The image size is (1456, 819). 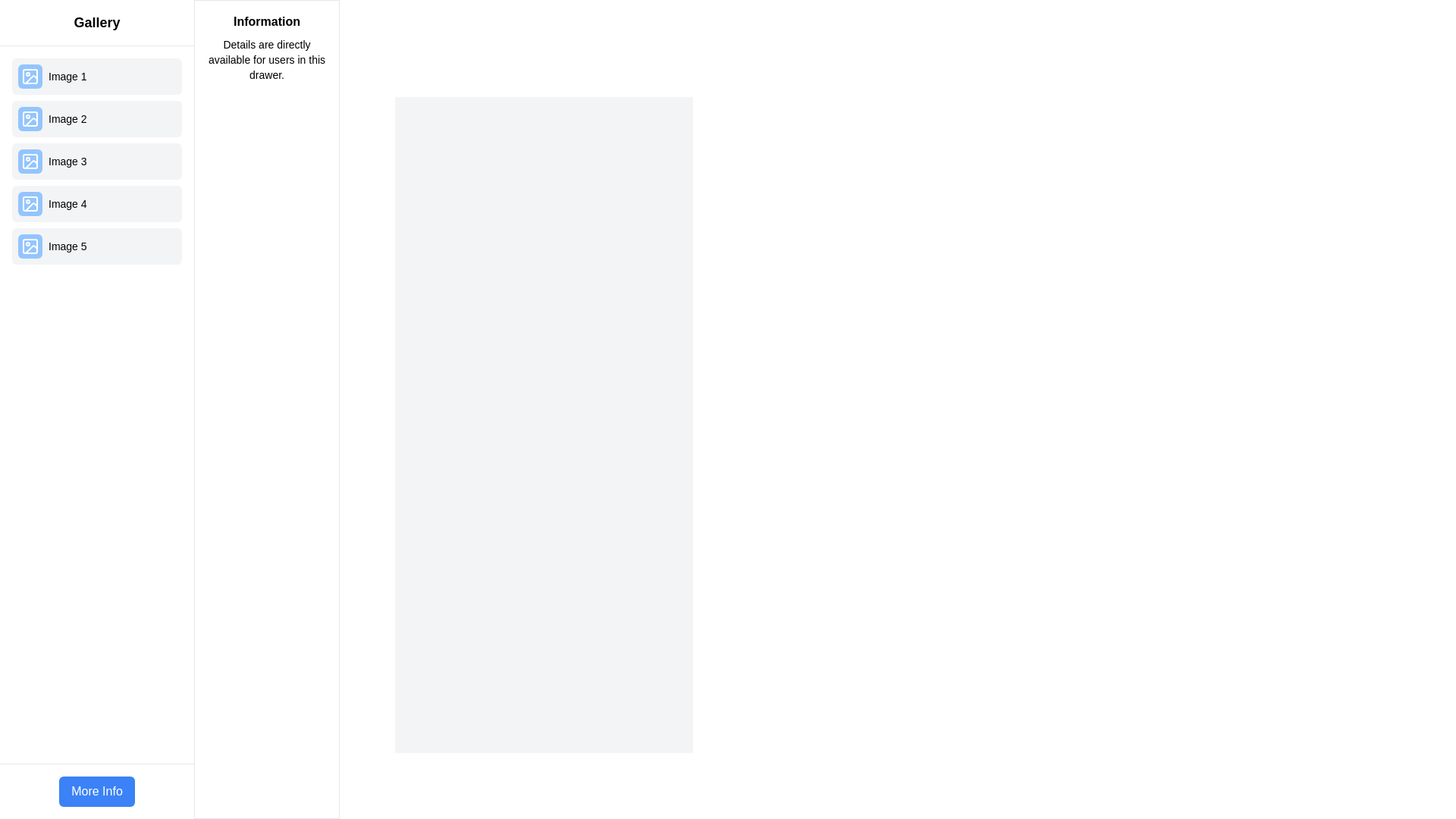 I want to click on the decorative rectangle with rounded corners that is located within the second item of the vertical list in the 'Gallery' section, which is represented by a graphical image icon, so click(x=30, y=118).